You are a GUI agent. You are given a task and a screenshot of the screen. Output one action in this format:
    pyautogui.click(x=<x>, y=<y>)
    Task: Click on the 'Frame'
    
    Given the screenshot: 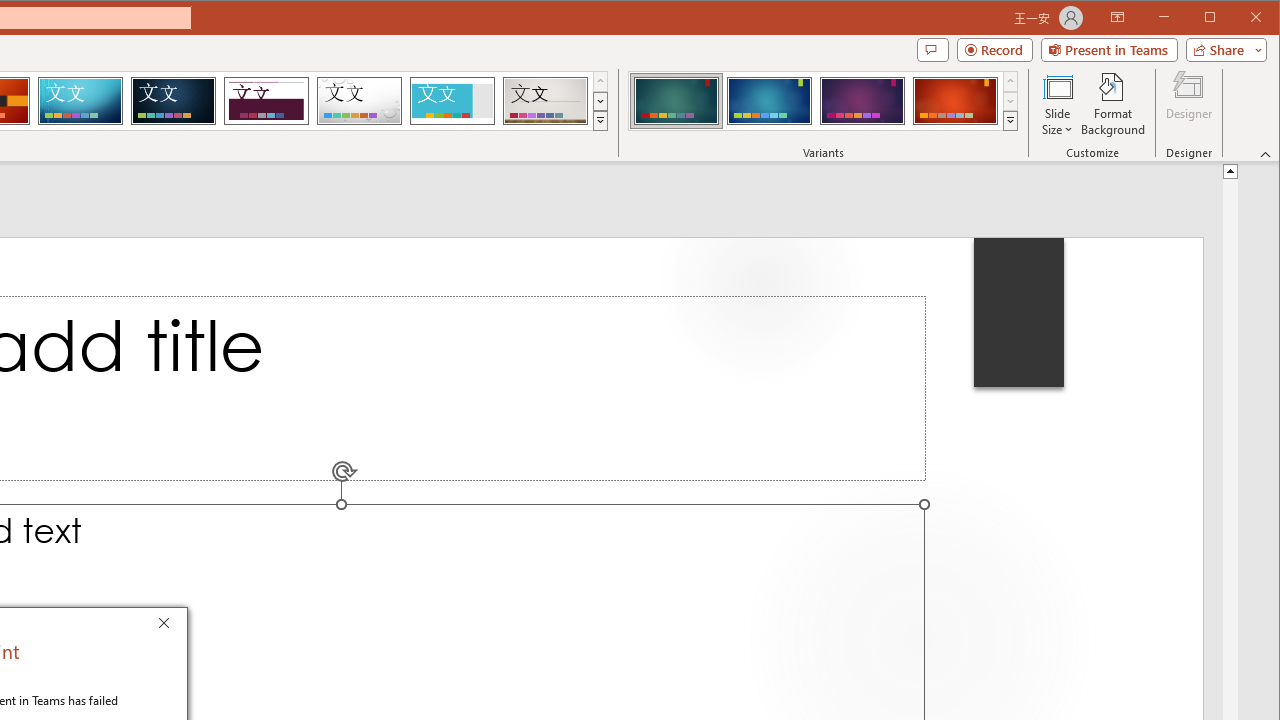 What is the action you would take?
    pyautogui.click(x=451, y=100)
    